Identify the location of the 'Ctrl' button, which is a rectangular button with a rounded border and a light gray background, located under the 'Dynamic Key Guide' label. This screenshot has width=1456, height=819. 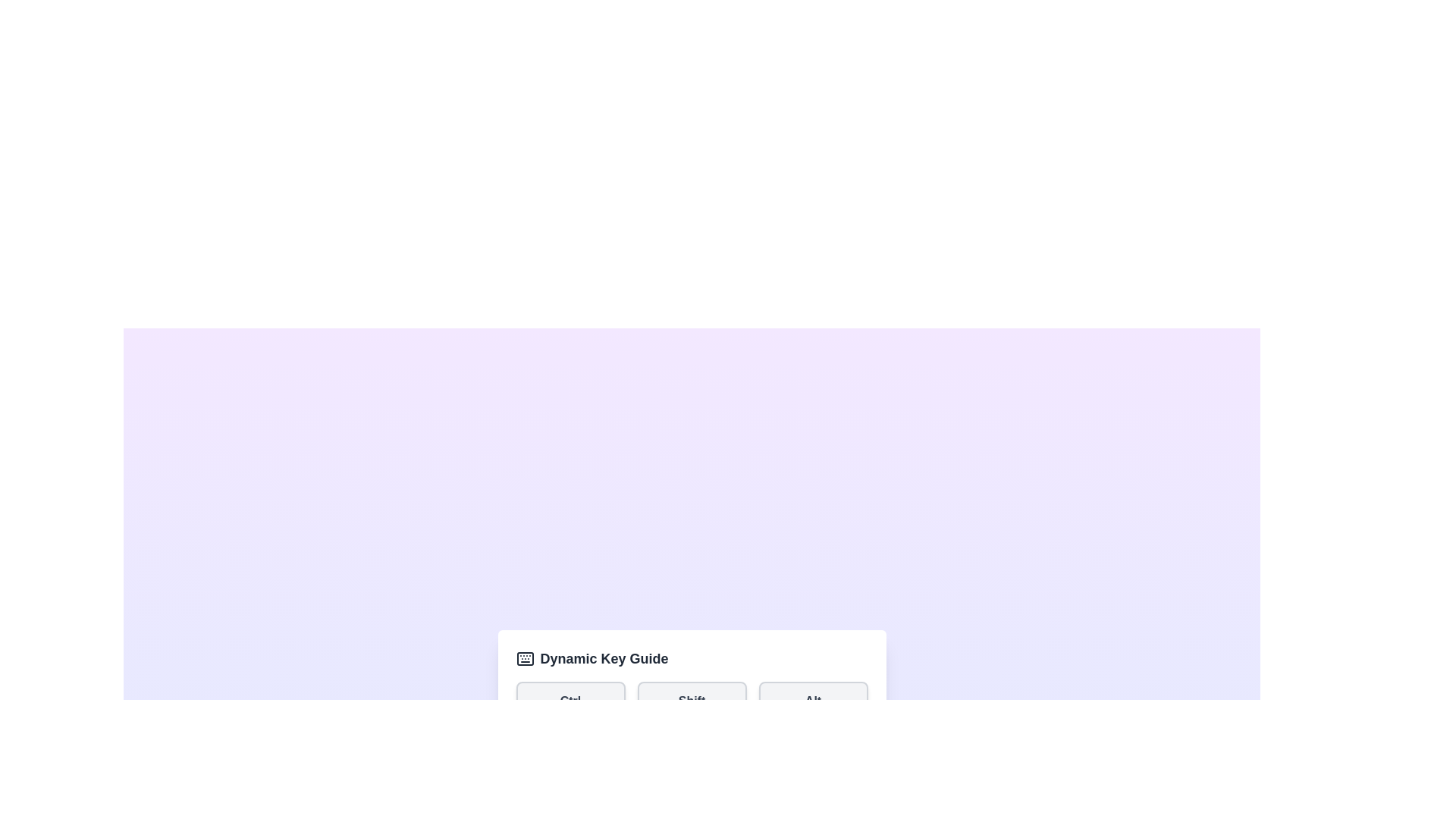
(570, 701).